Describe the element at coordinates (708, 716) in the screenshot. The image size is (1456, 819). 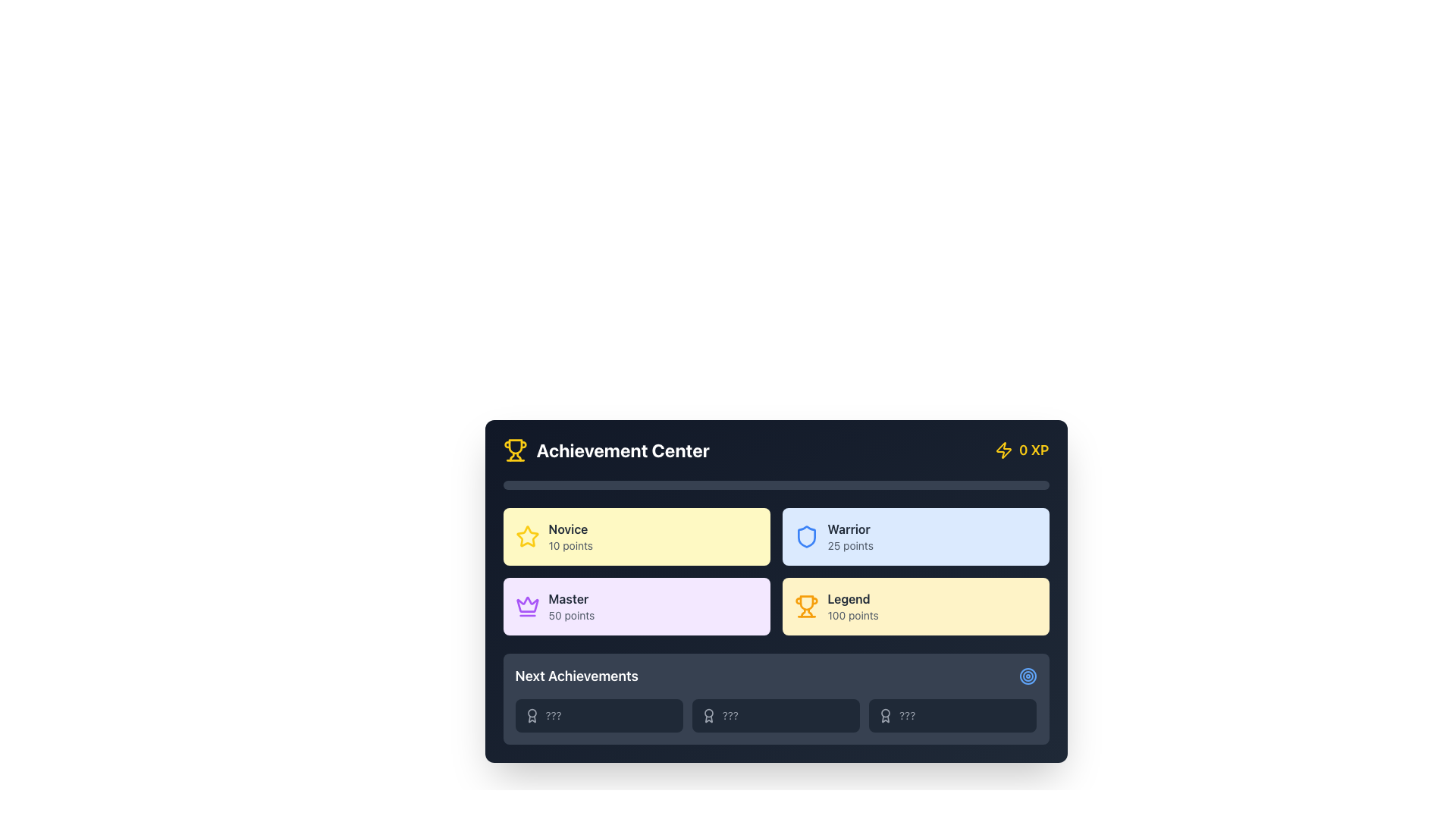
I see `the circular award icon located as the second item in the horizontal row under 'Next Achievements', which has a gray color scheme and is flanked by two similar icons` at that location.